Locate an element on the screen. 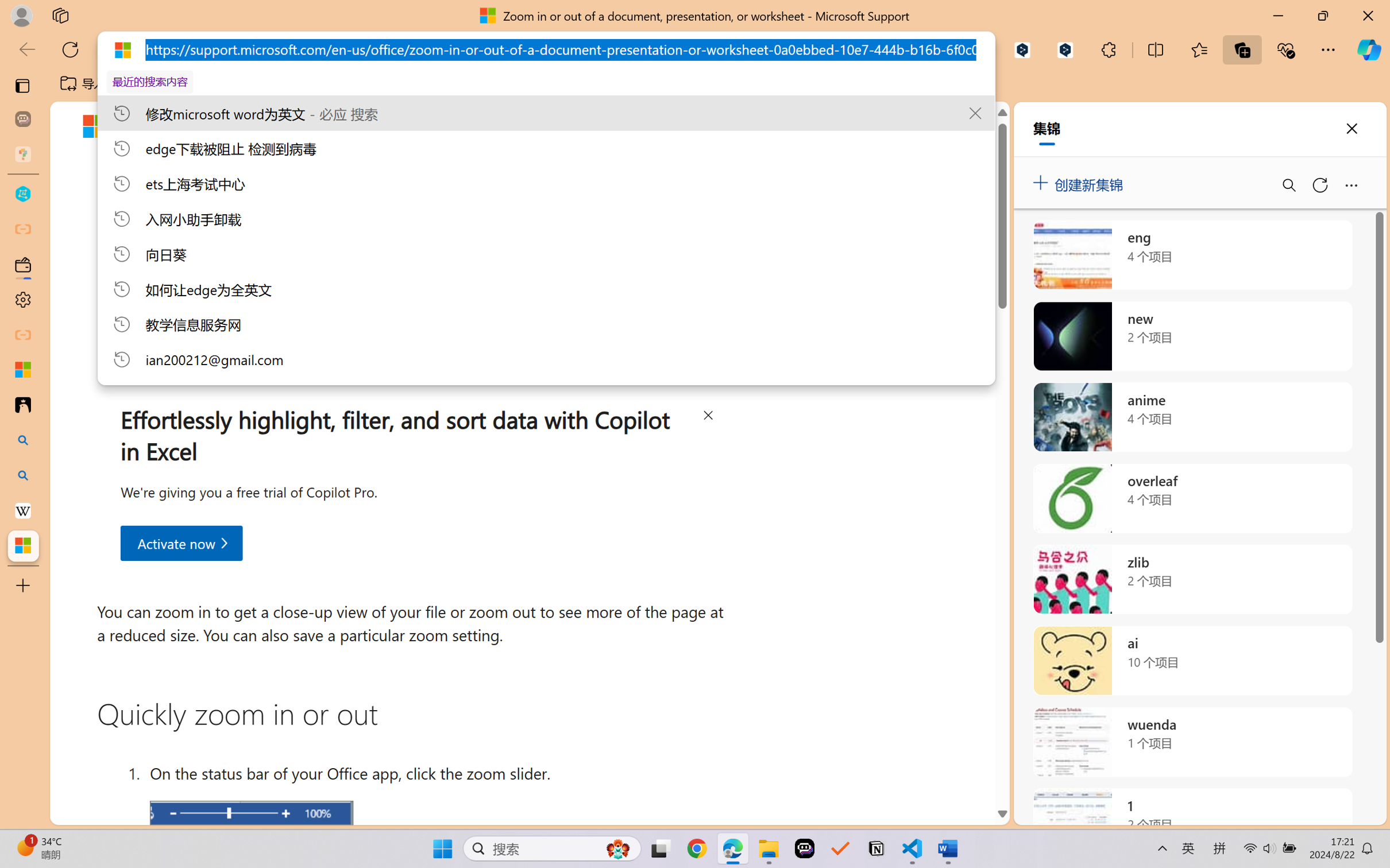 This screenshot has width=1390, height=868. 'Zoom slider' is located at coordinates (250, 814).